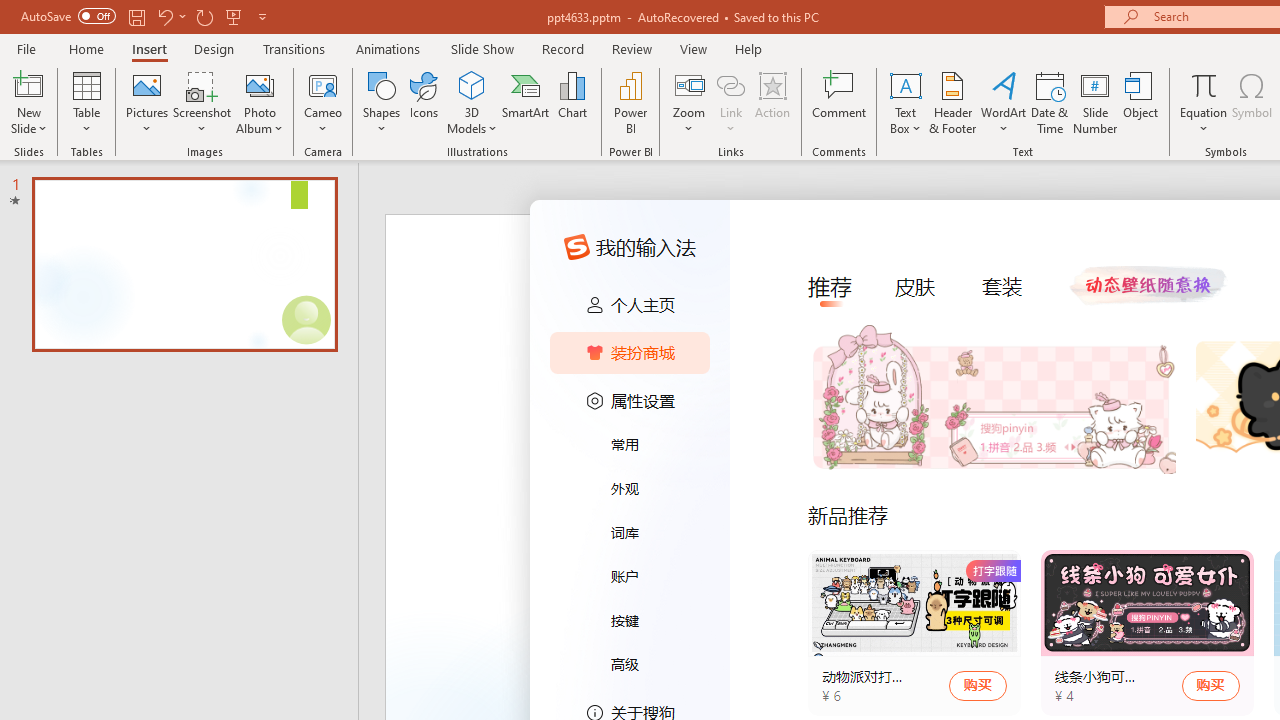 Image resolution: width=1280 pixels, height=720 pixels. I want to click on 'Header & Footer...', so click(951, 103).